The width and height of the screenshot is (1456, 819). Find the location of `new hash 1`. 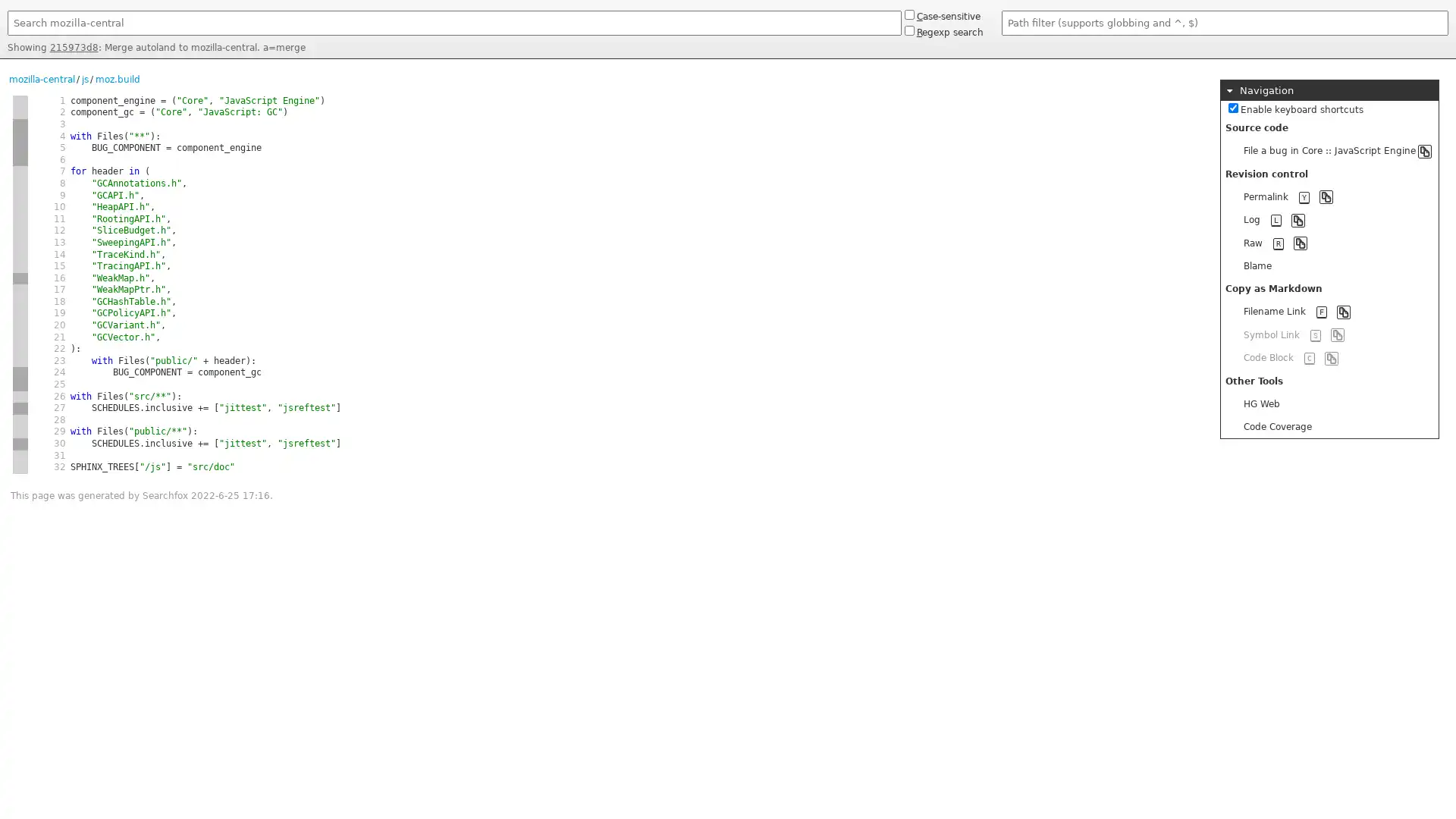

new hash 1 is located at coordinates (20, 444).